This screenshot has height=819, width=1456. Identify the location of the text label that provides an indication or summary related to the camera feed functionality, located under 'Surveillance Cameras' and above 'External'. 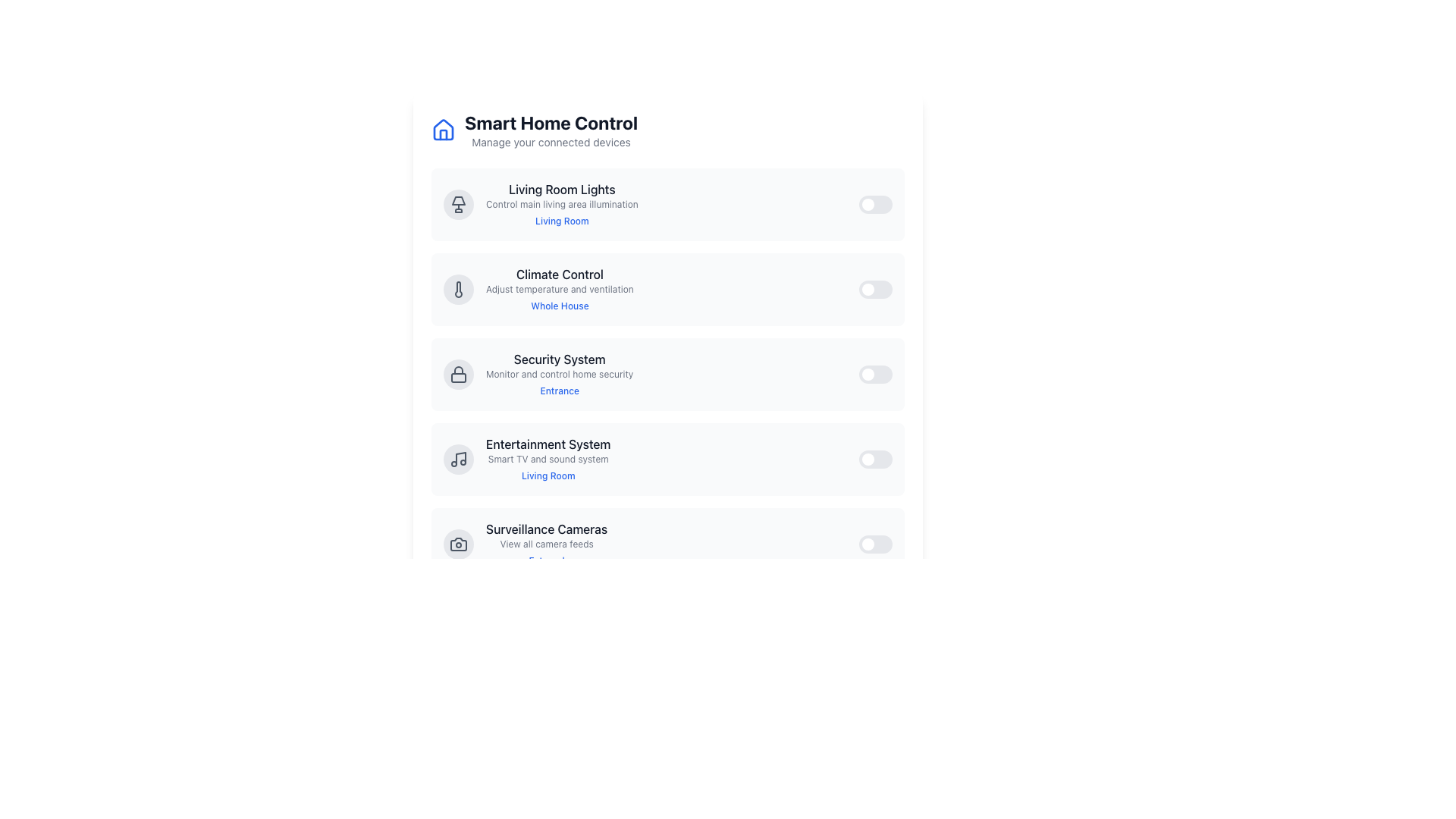
(546, 543).